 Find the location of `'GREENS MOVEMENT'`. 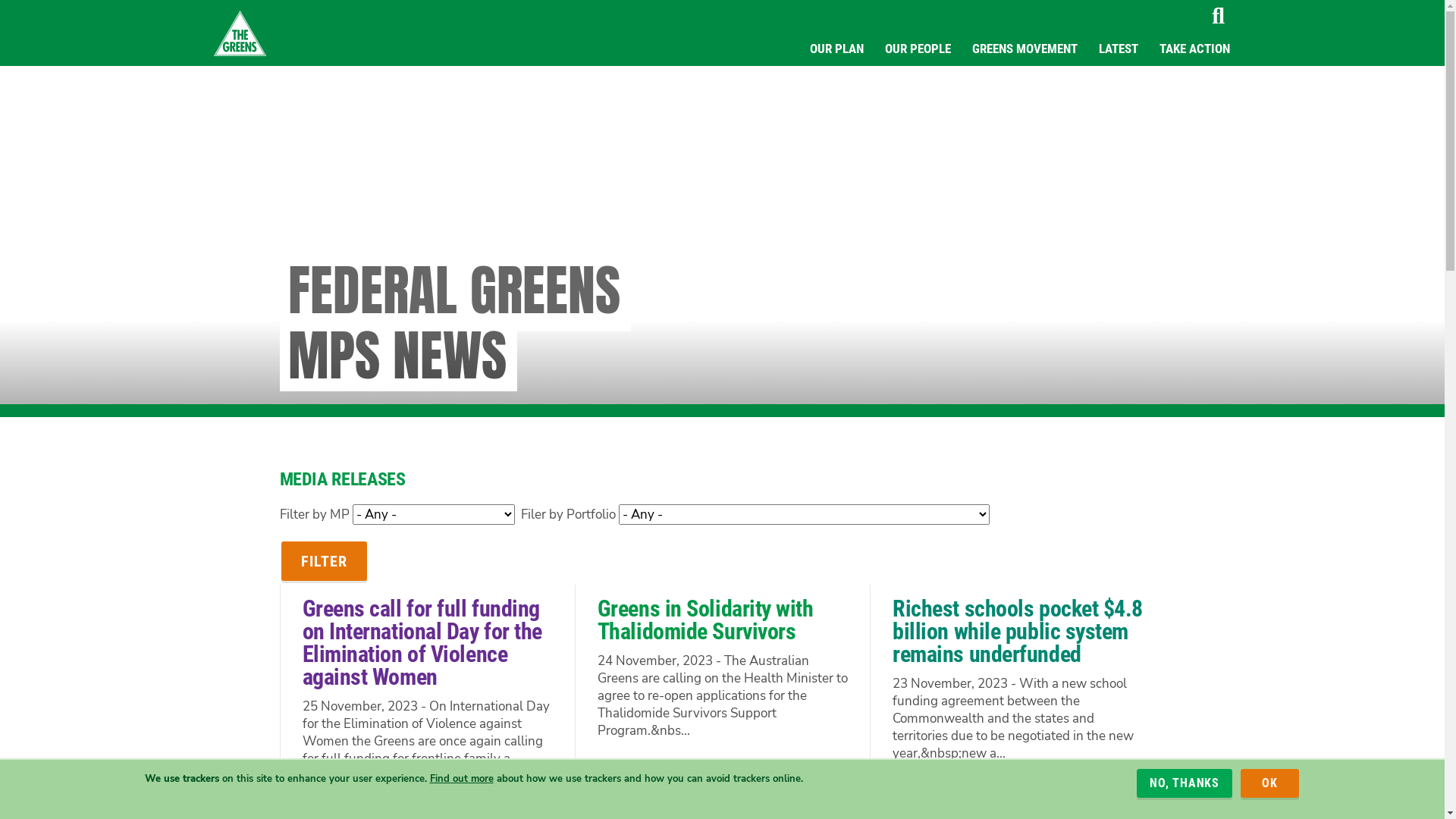

'GREENS MOVEMENT' is located at coordinates (960, 48).